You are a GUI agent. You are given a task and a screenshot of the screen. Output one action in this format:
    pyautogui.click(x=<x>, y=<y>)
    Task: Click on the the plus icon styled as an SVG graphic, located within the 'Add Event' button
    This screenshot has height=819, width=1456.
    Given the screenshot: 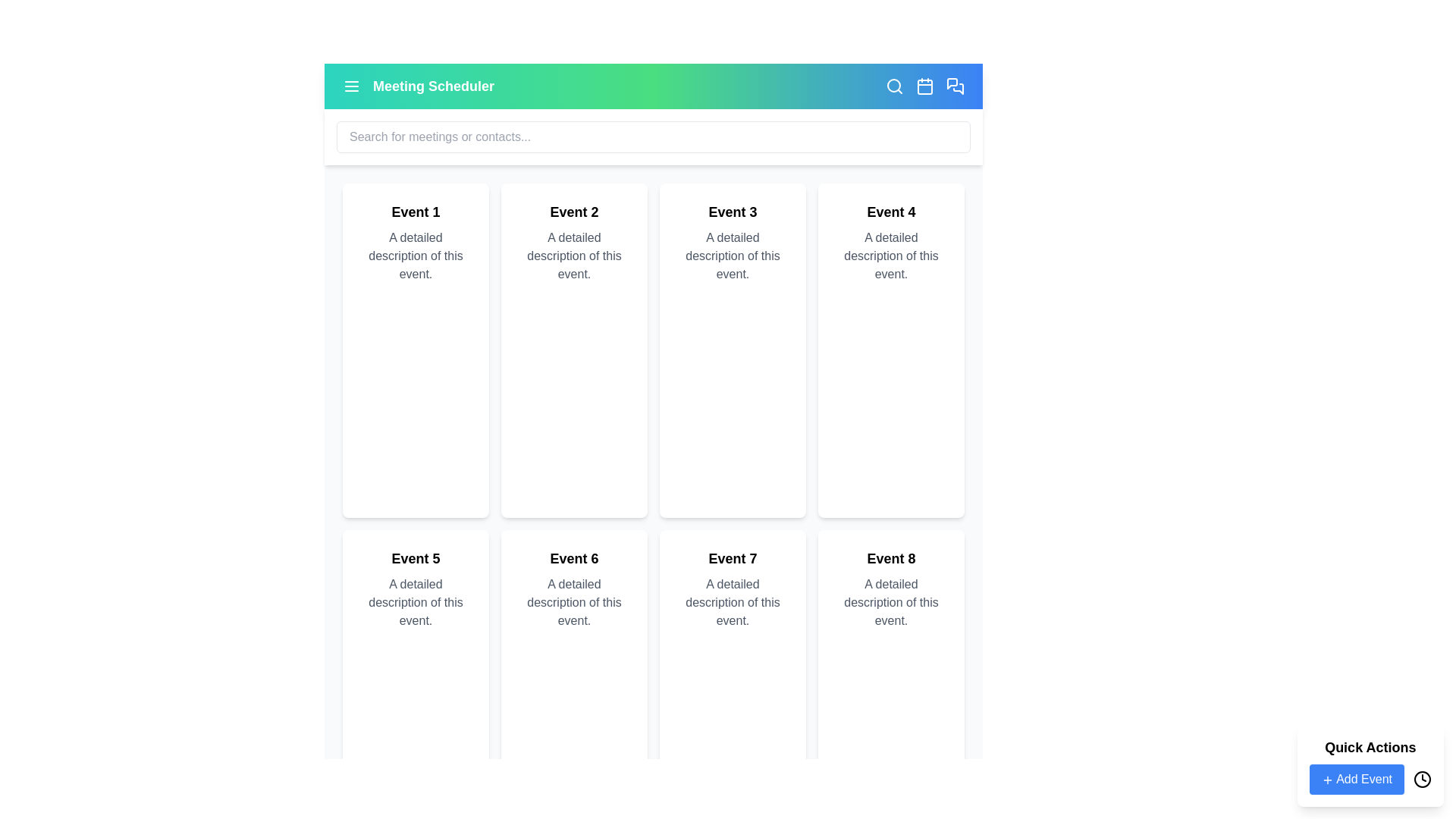 What is the action you would take?
    pyautogui.click(x=1326, y=780)
    